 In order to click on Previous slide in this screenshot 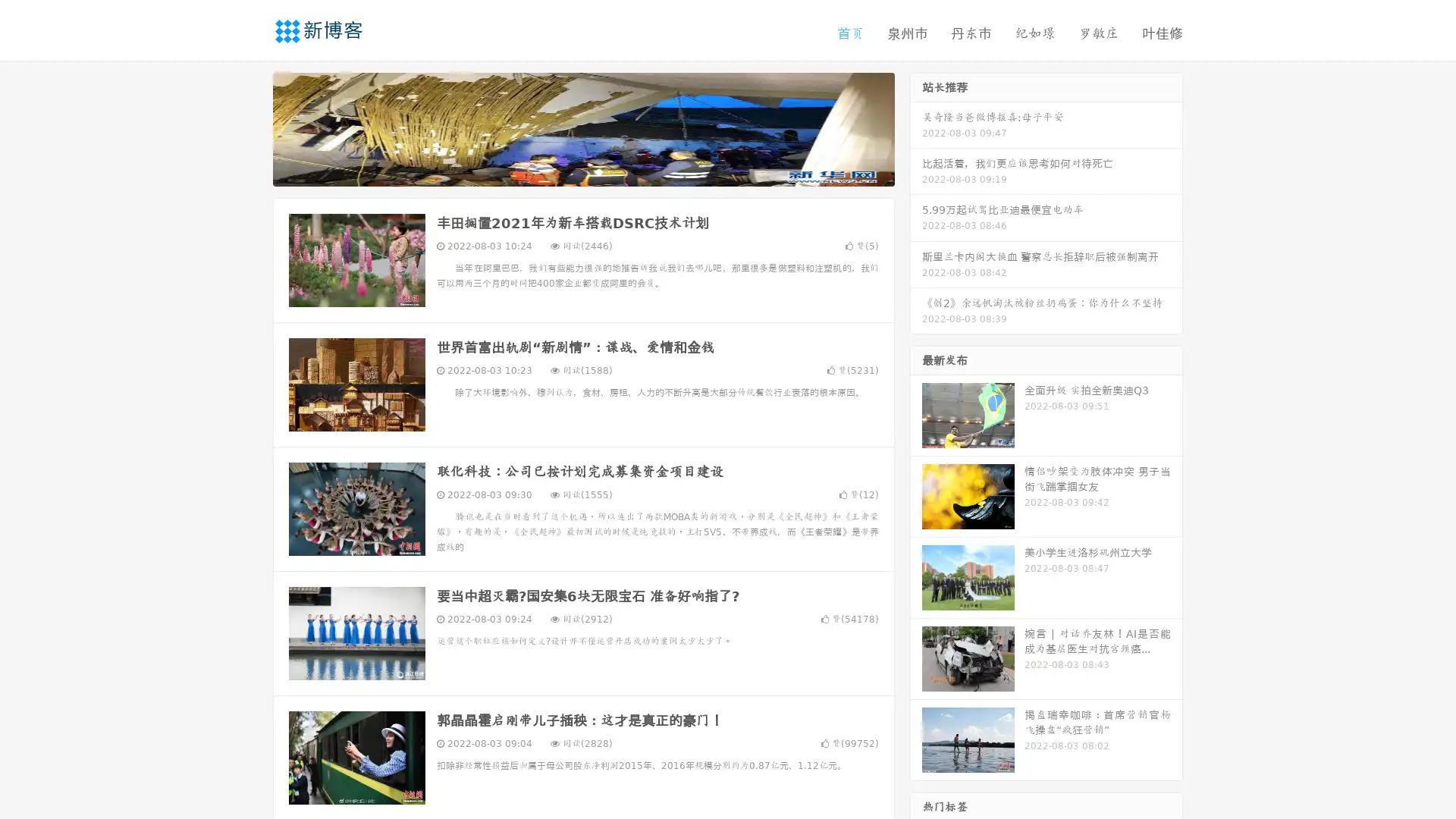, I will do `click(250, 127)`.